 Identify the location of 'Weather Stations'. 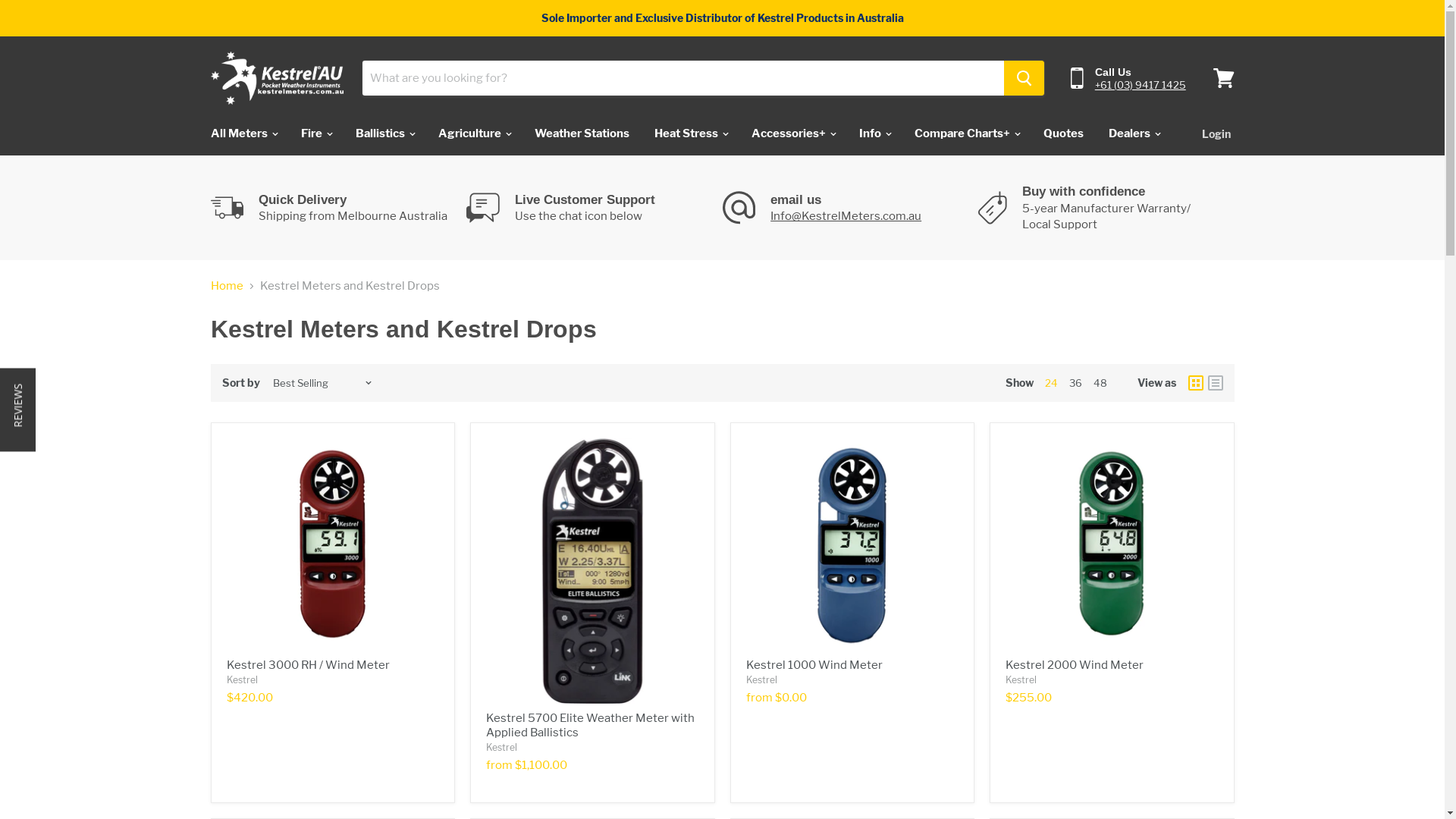
(581, 133).